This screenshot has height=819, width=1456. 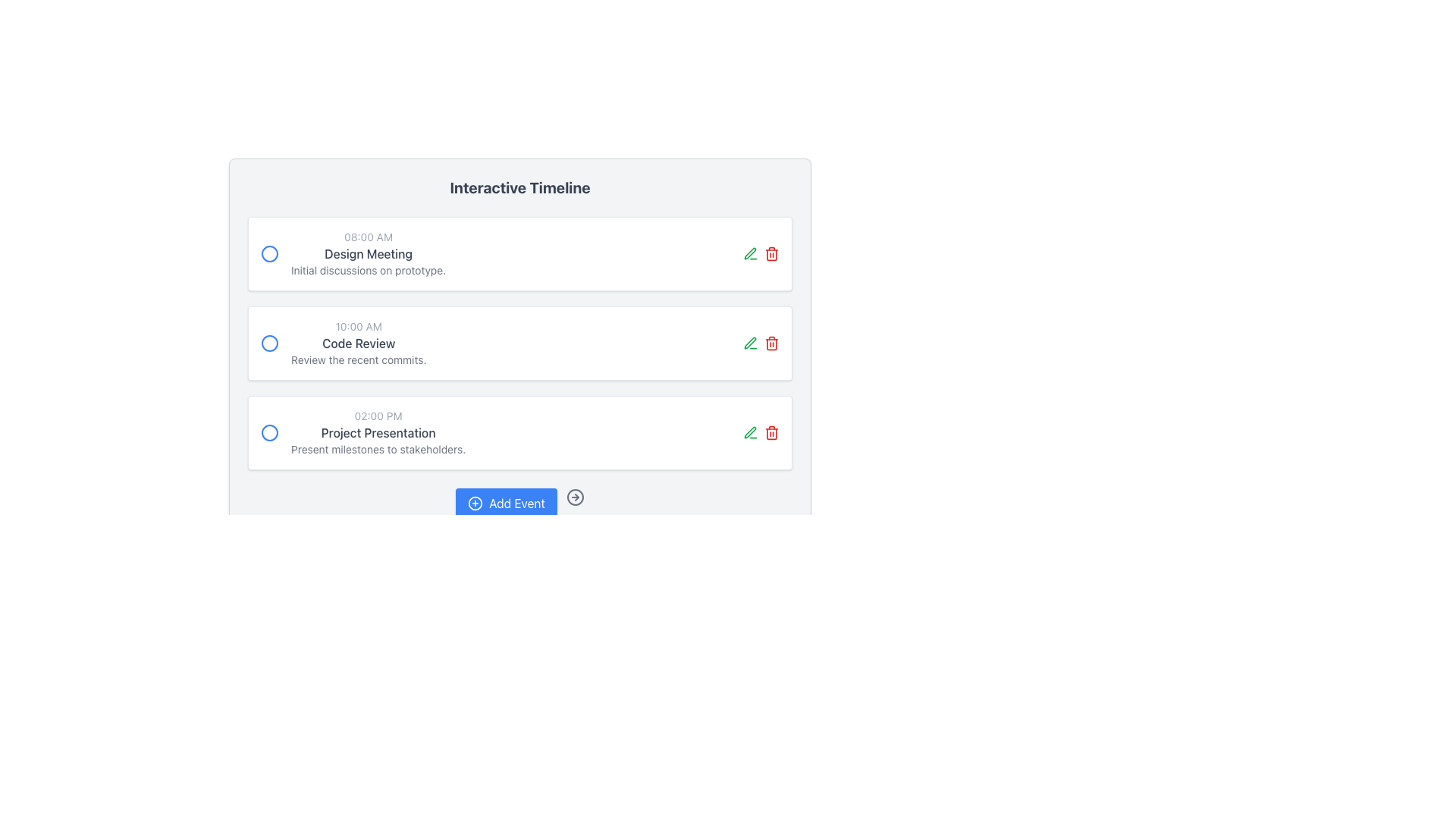 I want to click on the scheduled timeline event for 'Code Review' at '10:00 AM', so click(x=358, y=343).